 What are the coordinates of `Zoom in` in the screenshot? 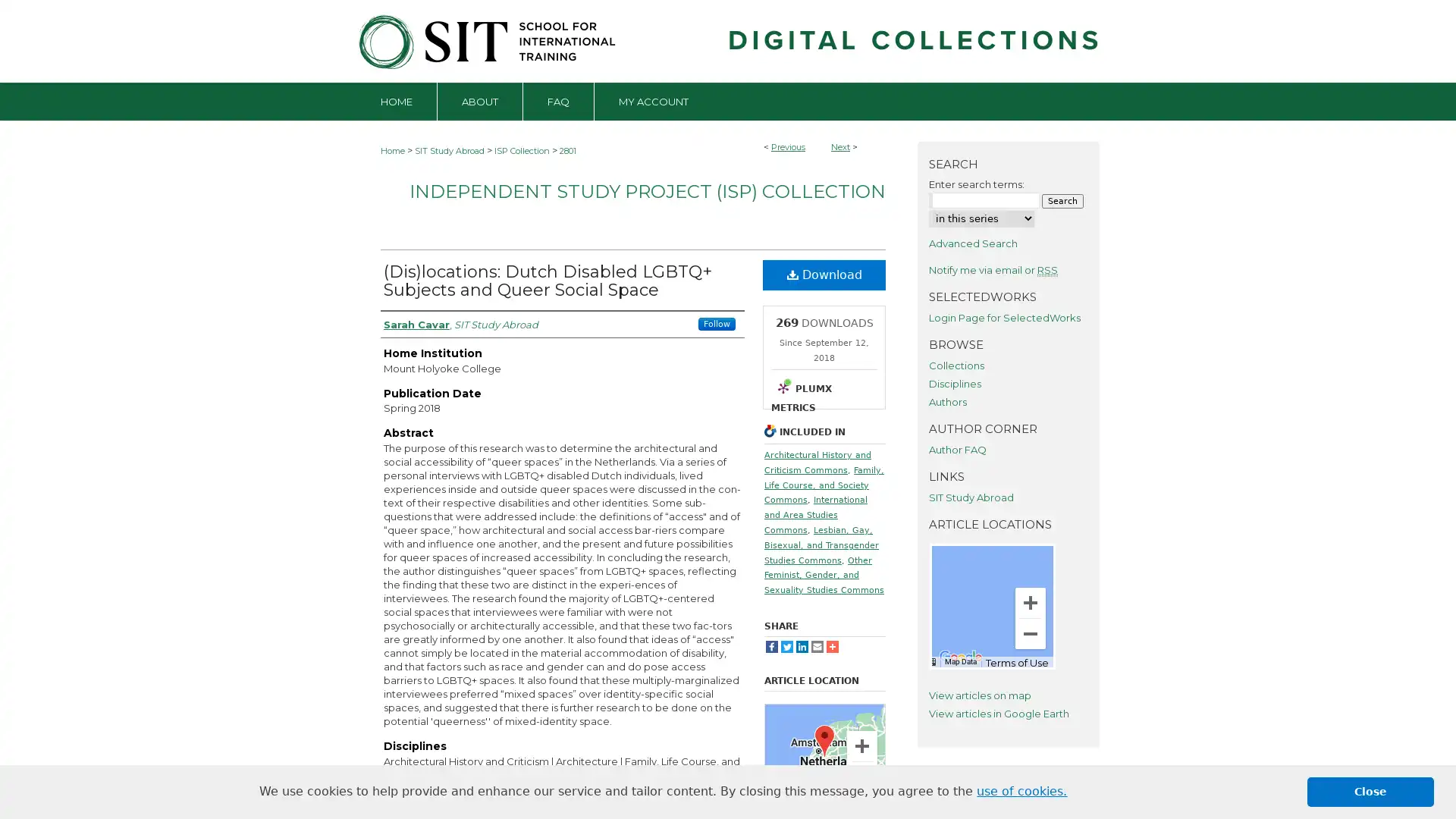 It's located at (862, 745).